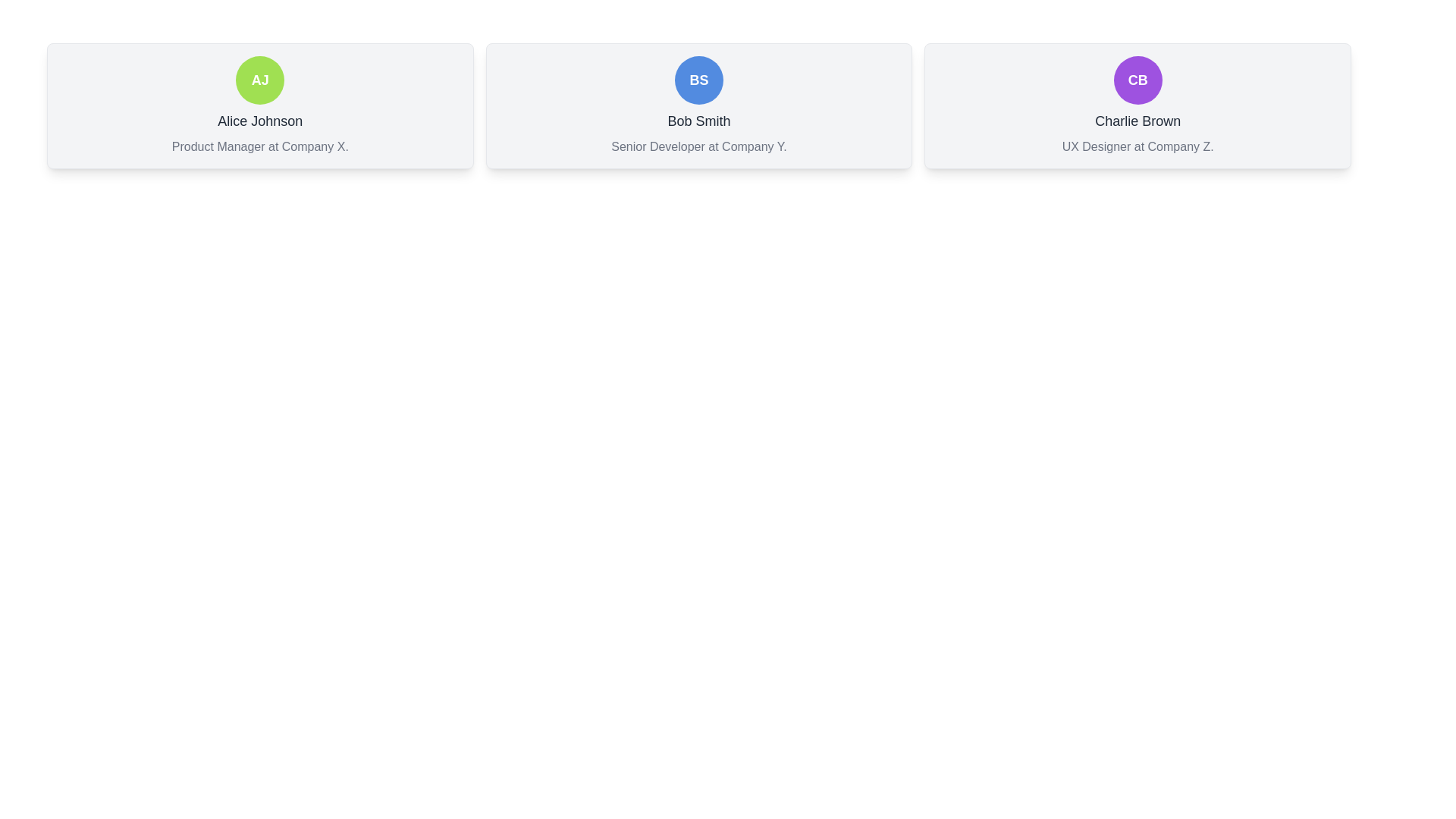 This screenshot has width=1456, height=819. What do you see at coordinates (260, 146) in the screenshot?
I see `the static text element that provides the professional designation and company affiliation of Alice Johnson, located below her name in the first card of a vertically stacked structure` at bounding box center [260, 146].